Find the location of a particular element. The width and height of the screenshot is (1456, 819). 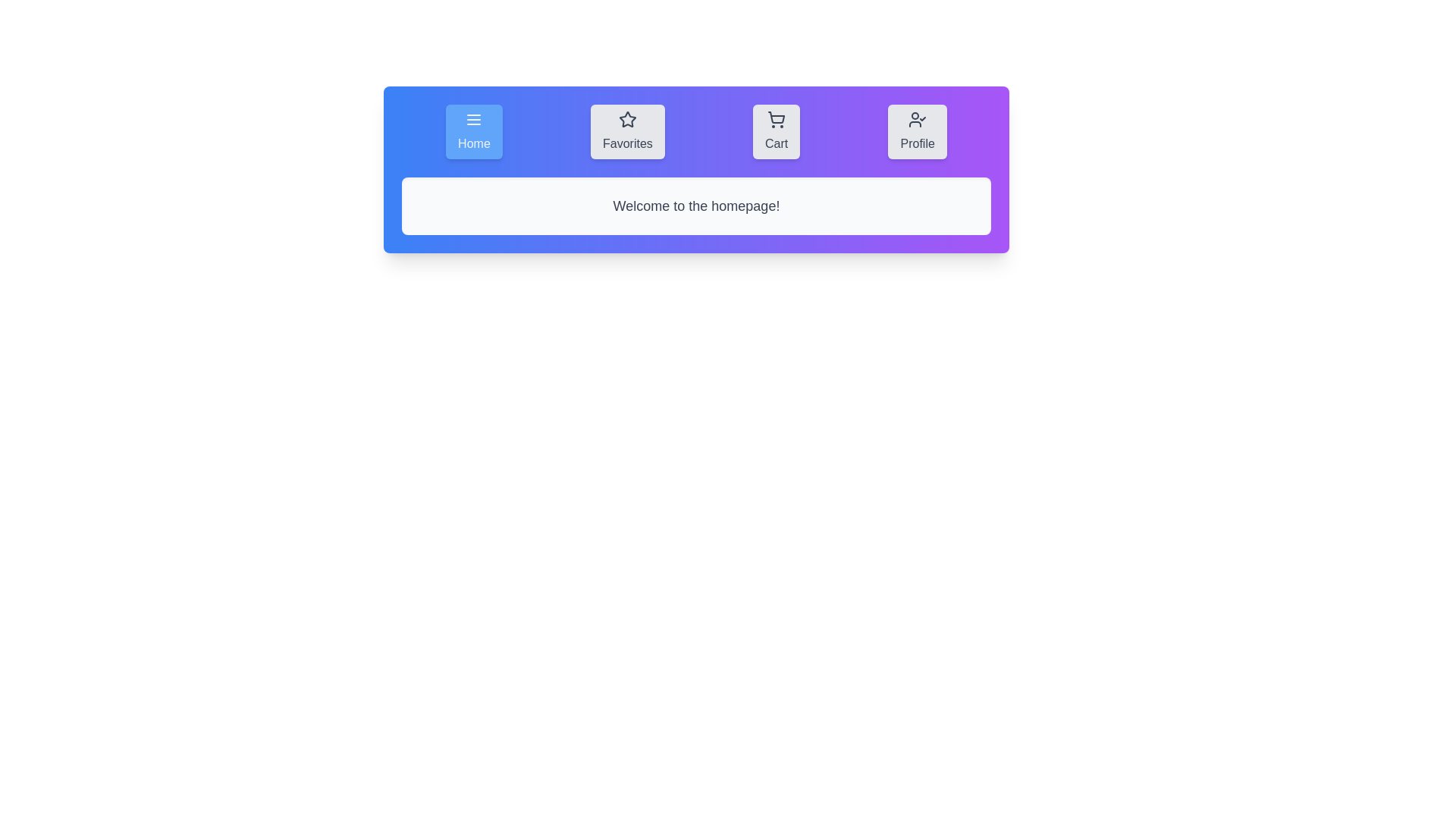

welcome message displayed in the text-based information area of the central navigation and greeting component is located at coordinates (695, 169).